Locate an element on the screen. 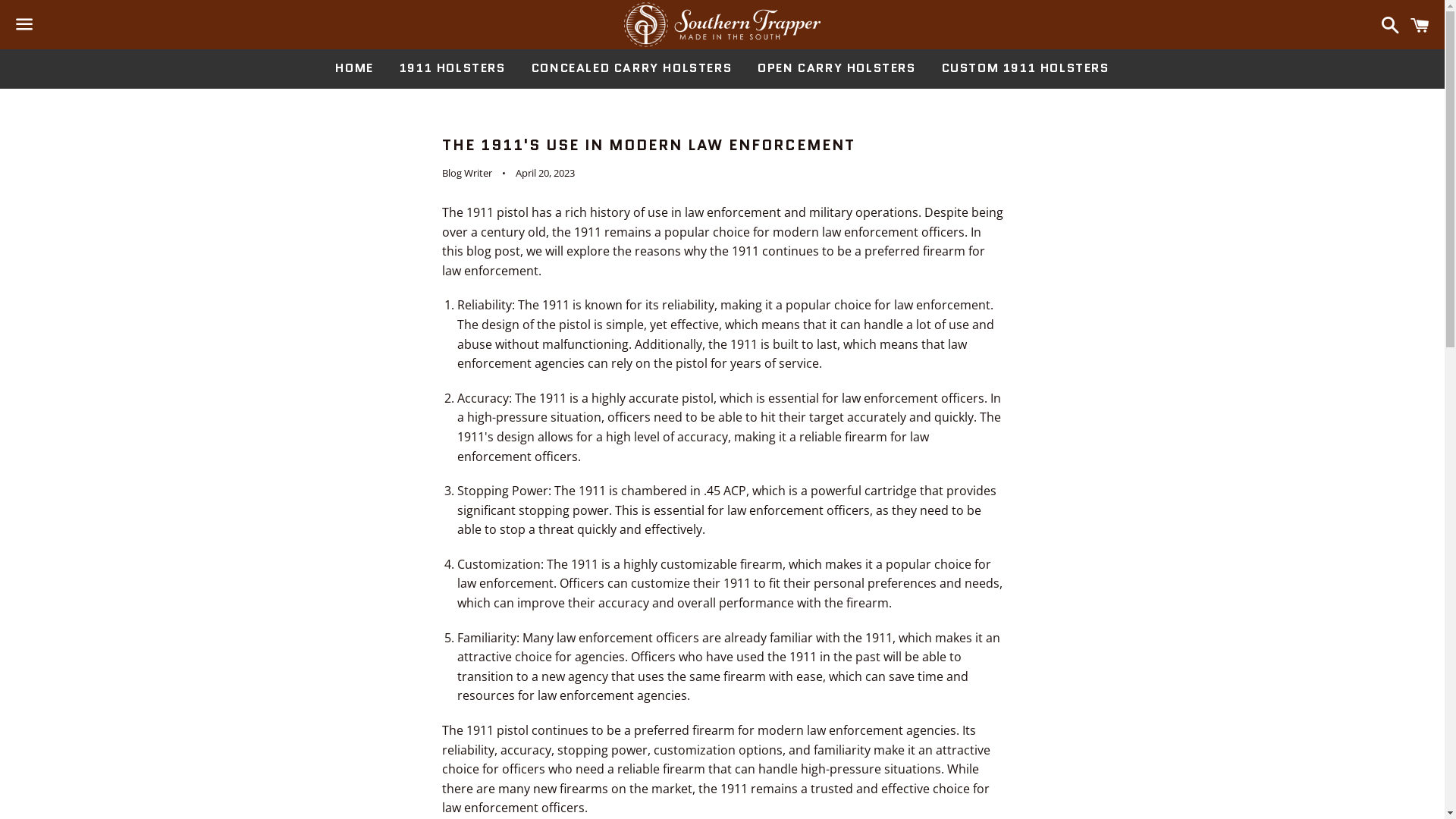  '1911 HOLSTERS' is located at coordinates (451, 67).